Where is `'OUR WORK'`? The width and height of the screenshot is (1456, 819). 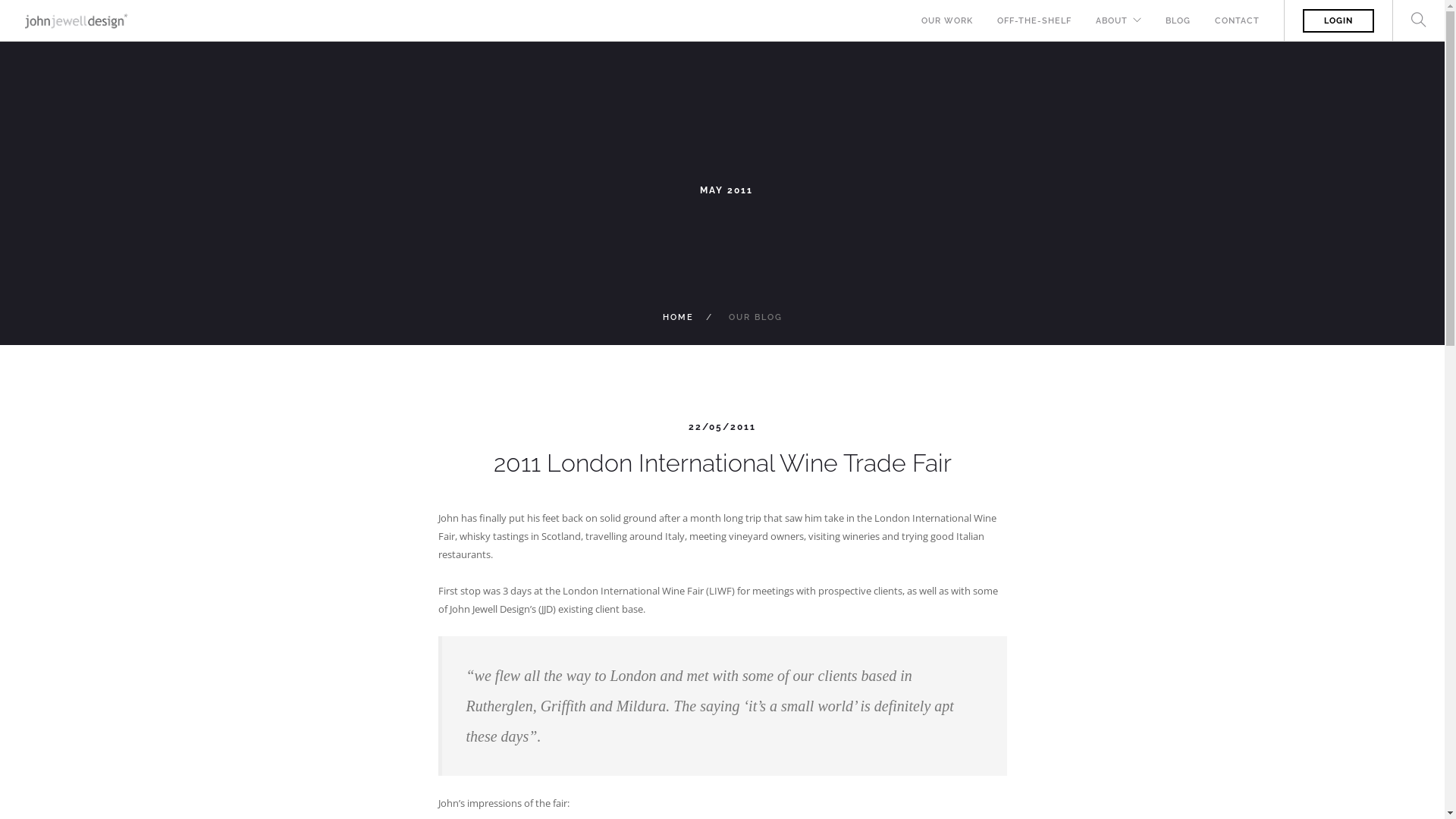
'OUR WORK' is located at coordinates (946, 21).